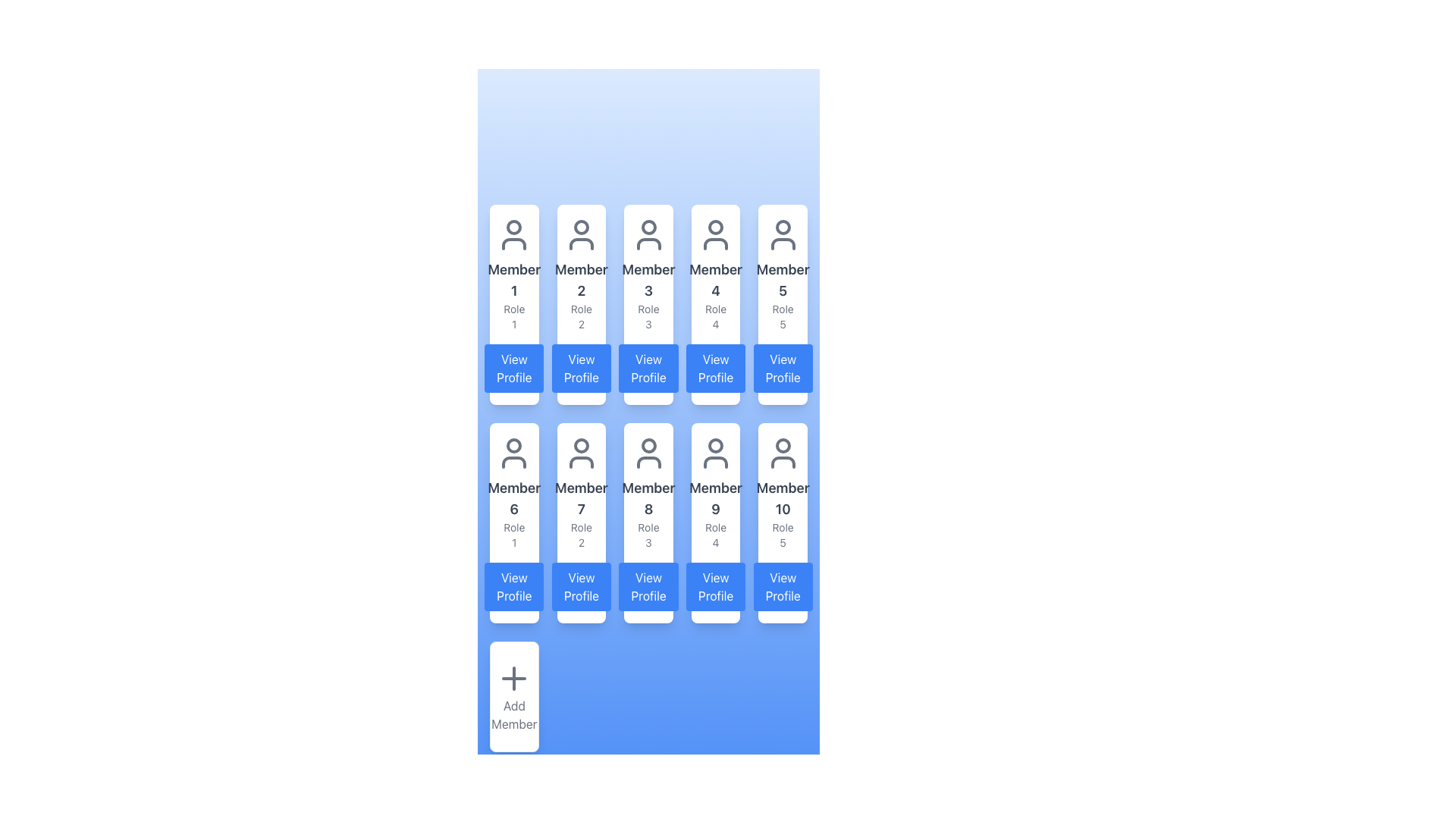 The width and height of the screenshot is (1456, 819). I want to click on the uppermost icon in the vertical card layout labeled 'Member 9', located in the third column of the second row in the grid arrangement, so click(715, 452).